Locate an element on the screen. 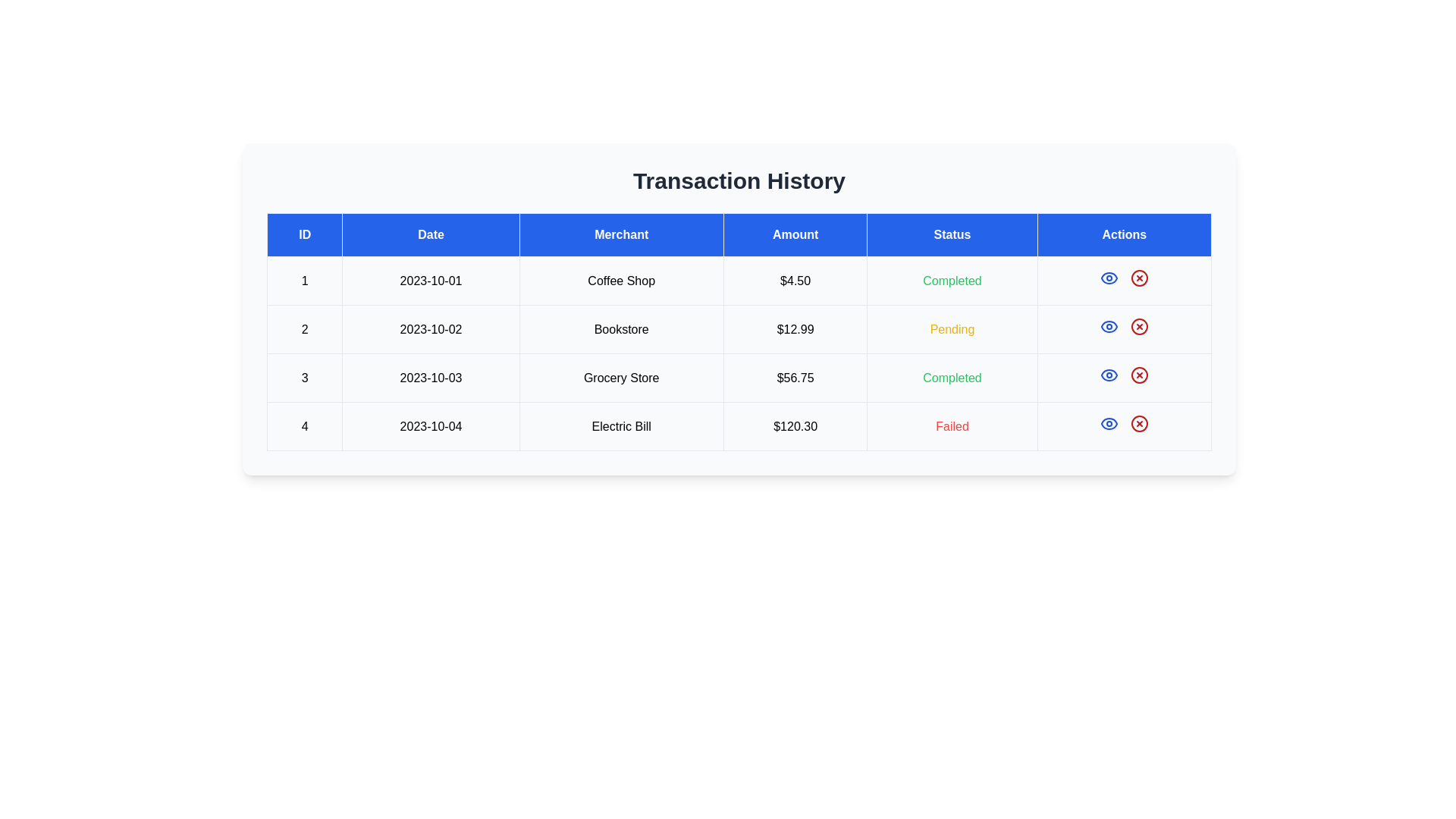 Image resolution: width=1456 pixels, height=819 pixels. the text of transaction entry 1 is located at coordinates (739, 281).